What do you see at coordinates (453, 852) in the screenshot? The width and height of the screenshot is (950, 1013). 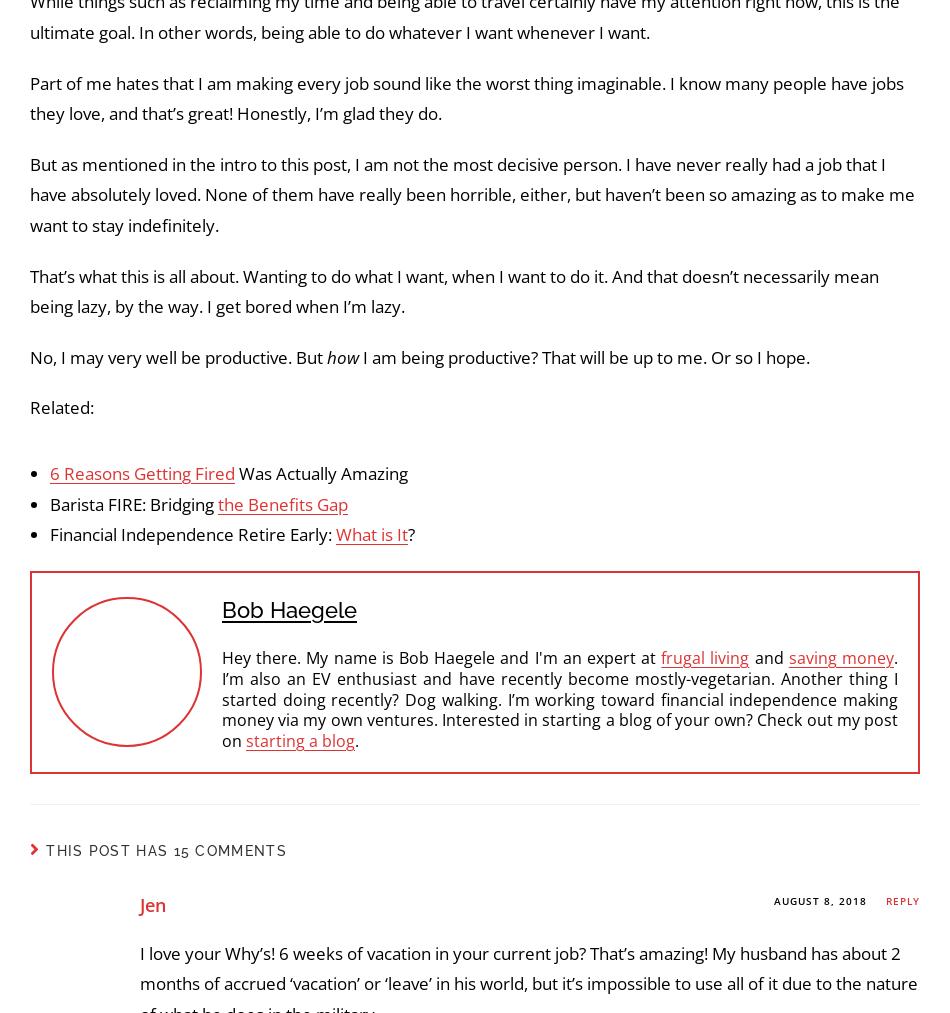 I see `'That’s what this is all about. Wanting to do what I want, when I want to do it. And that doesn’t necessarily mean being lazy, by the way. I get bored when I’m lazy.'` at bounding box center [453, 852].